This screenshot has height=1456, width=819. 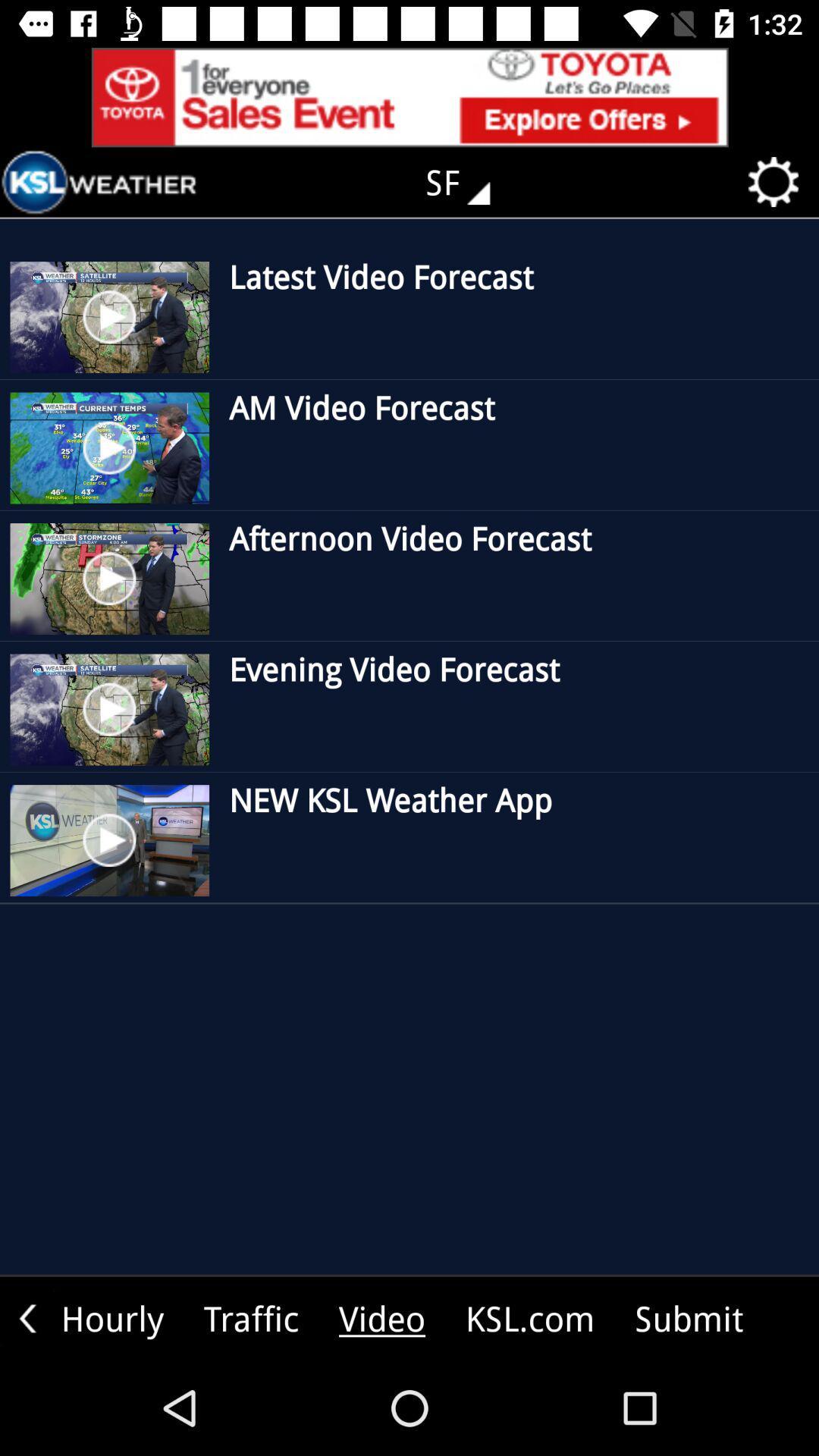 What do you see at coordinates (778, 182) in the screenshot?
I see `the settings button which is right side corner of the first line` at bounding box center [778, 182].